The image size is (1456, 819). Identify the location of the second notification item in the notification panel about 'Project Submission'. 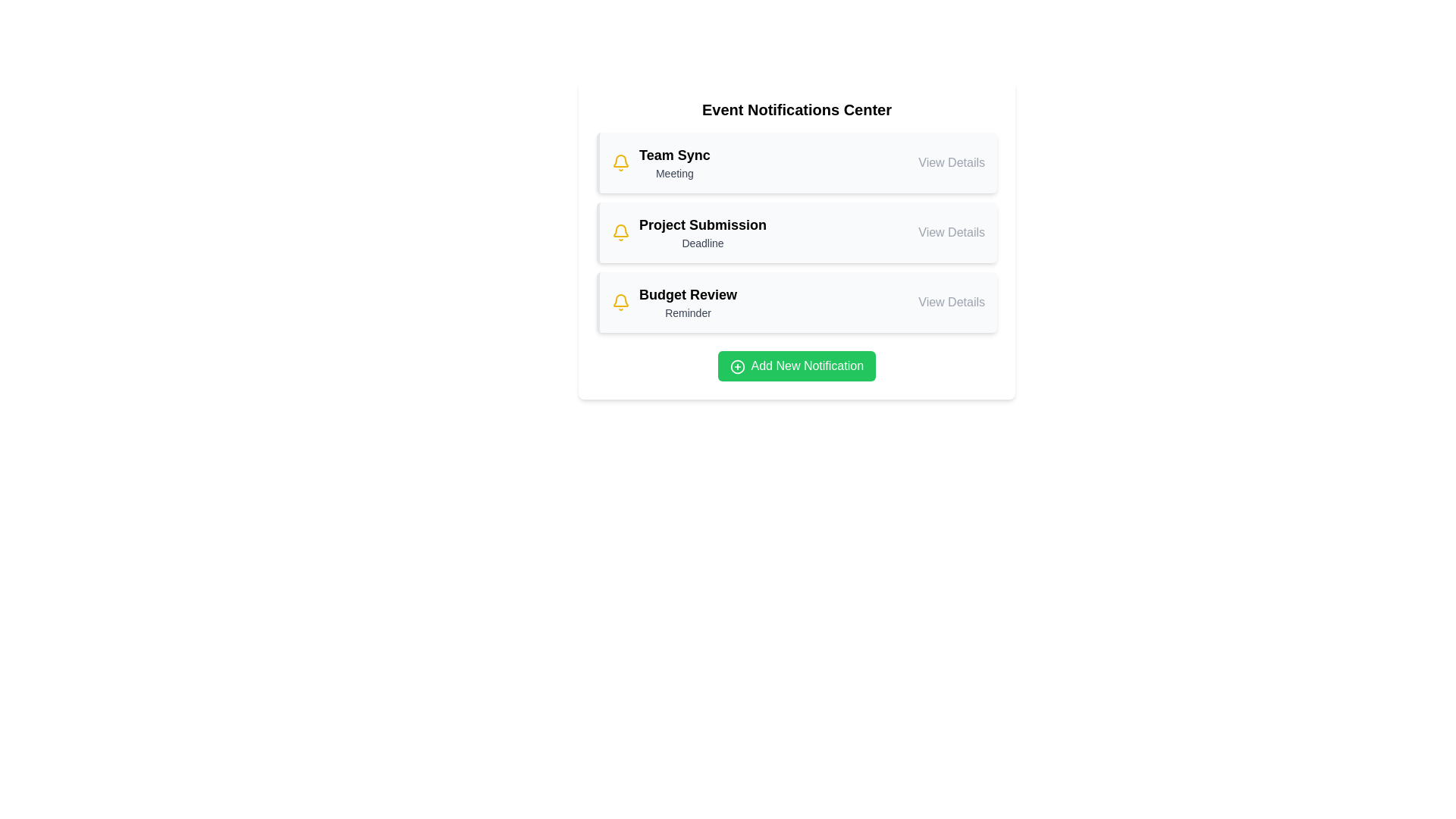
(797, 233).